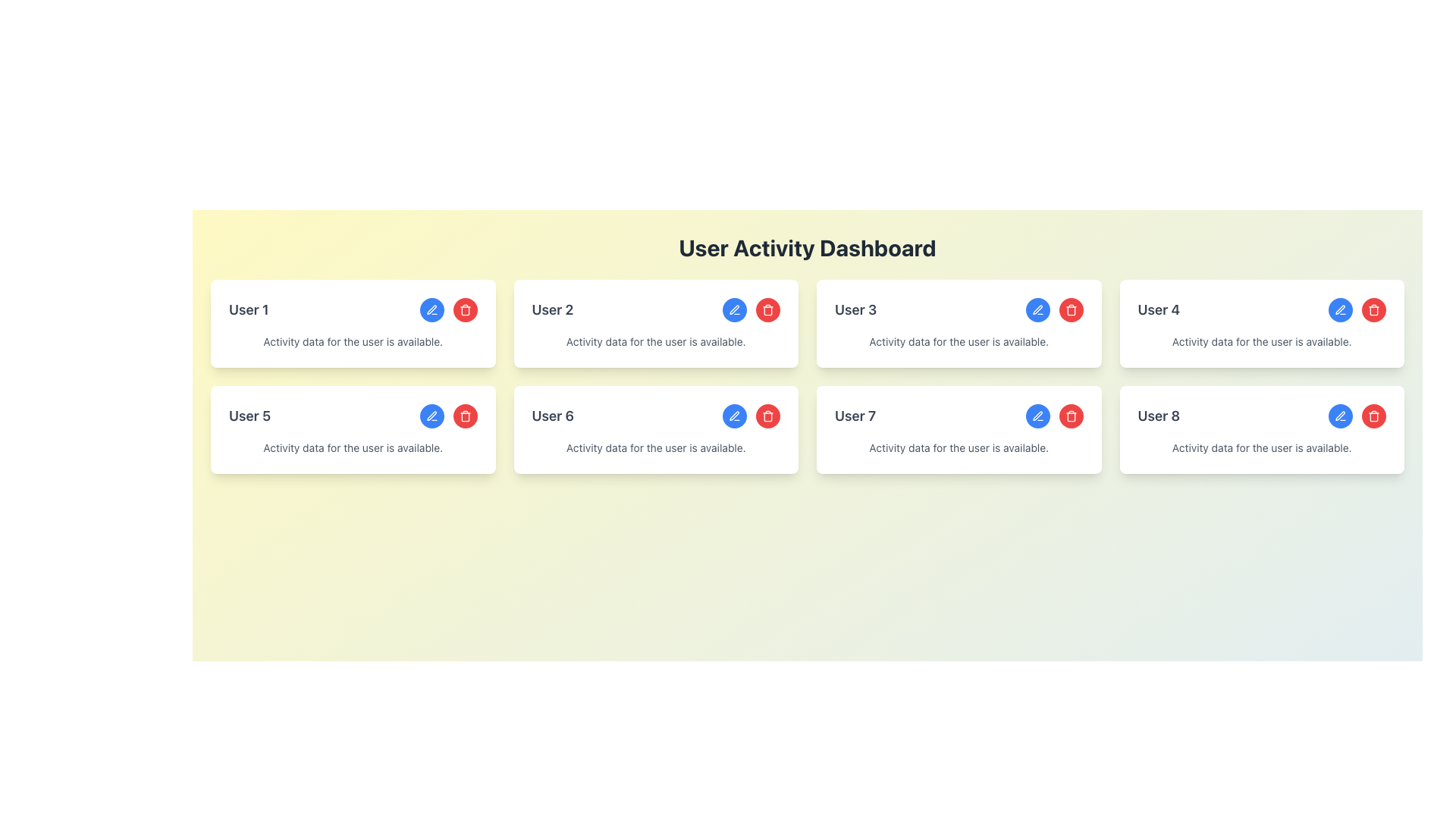 This screenshot has width=1456, height=819. What do you see at coordinates (656, 416) in the screenshot?
I see `the user entry display row containing the name 'User 6'` at bounding box center [656, 416].